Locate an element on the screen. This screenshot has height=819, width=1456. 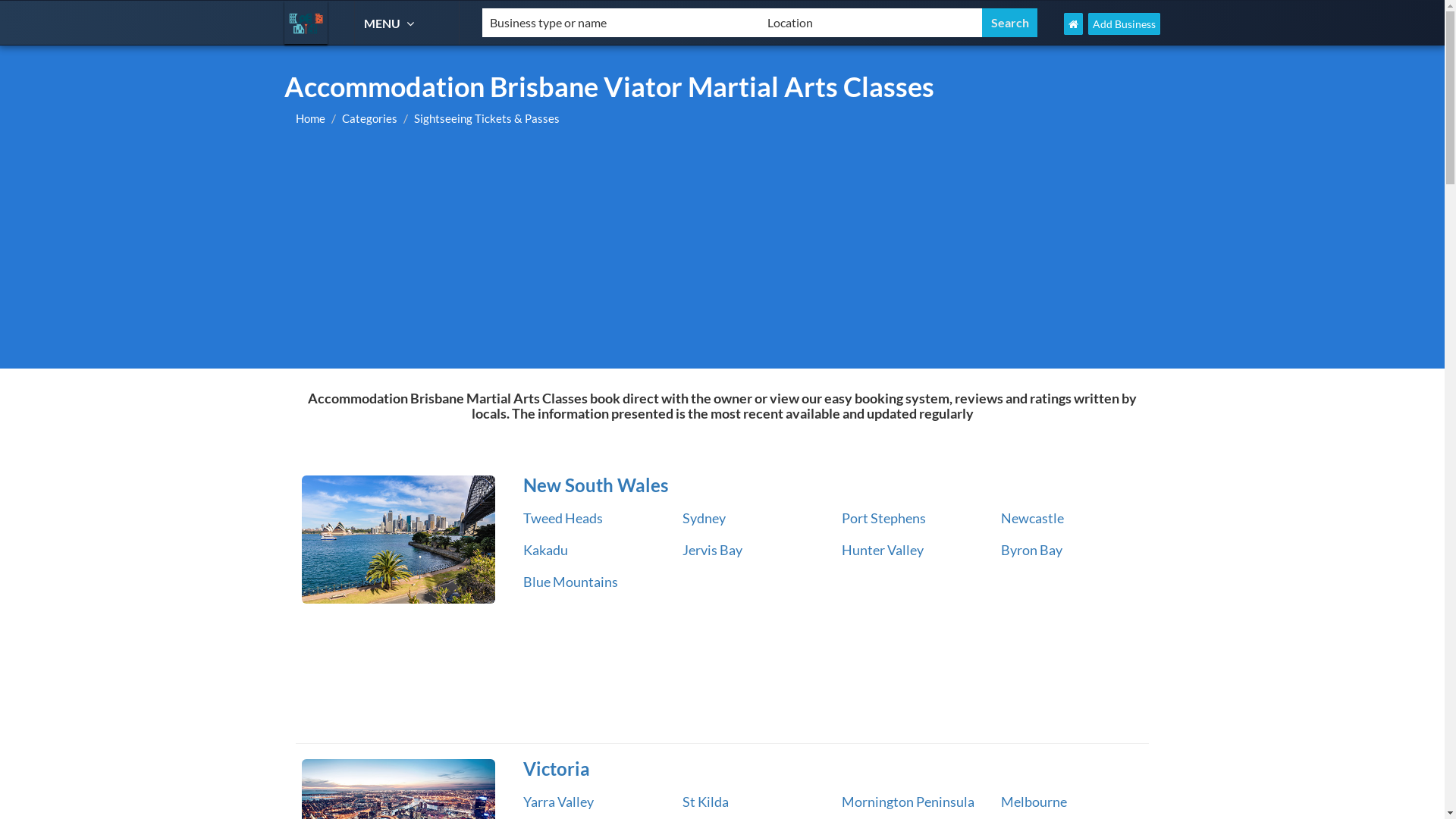
'St Kilda' is located at coordinates (704, 800).